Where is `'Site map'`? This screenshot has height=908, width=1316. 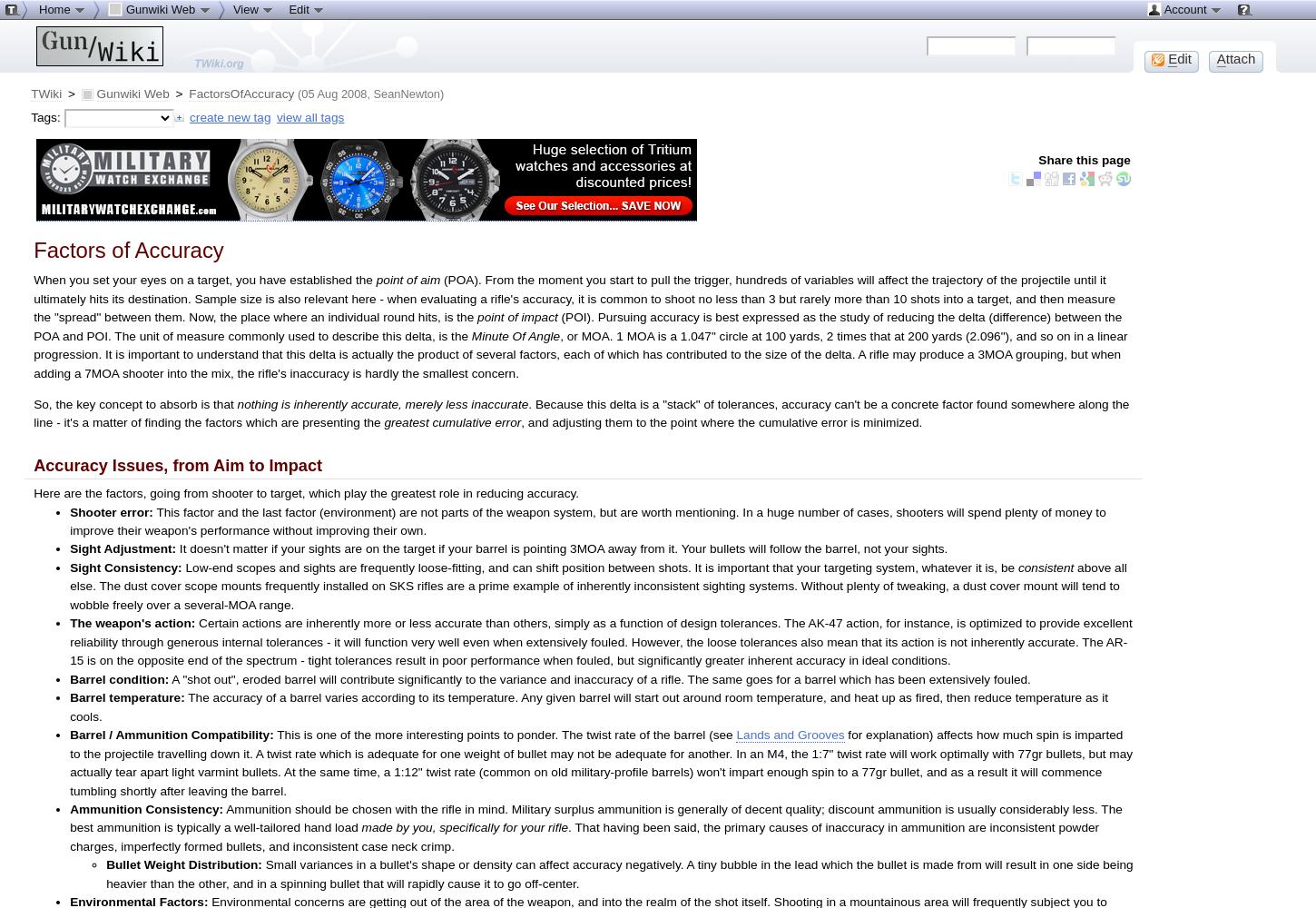 'Site map' is located at coordinates (77, 30).